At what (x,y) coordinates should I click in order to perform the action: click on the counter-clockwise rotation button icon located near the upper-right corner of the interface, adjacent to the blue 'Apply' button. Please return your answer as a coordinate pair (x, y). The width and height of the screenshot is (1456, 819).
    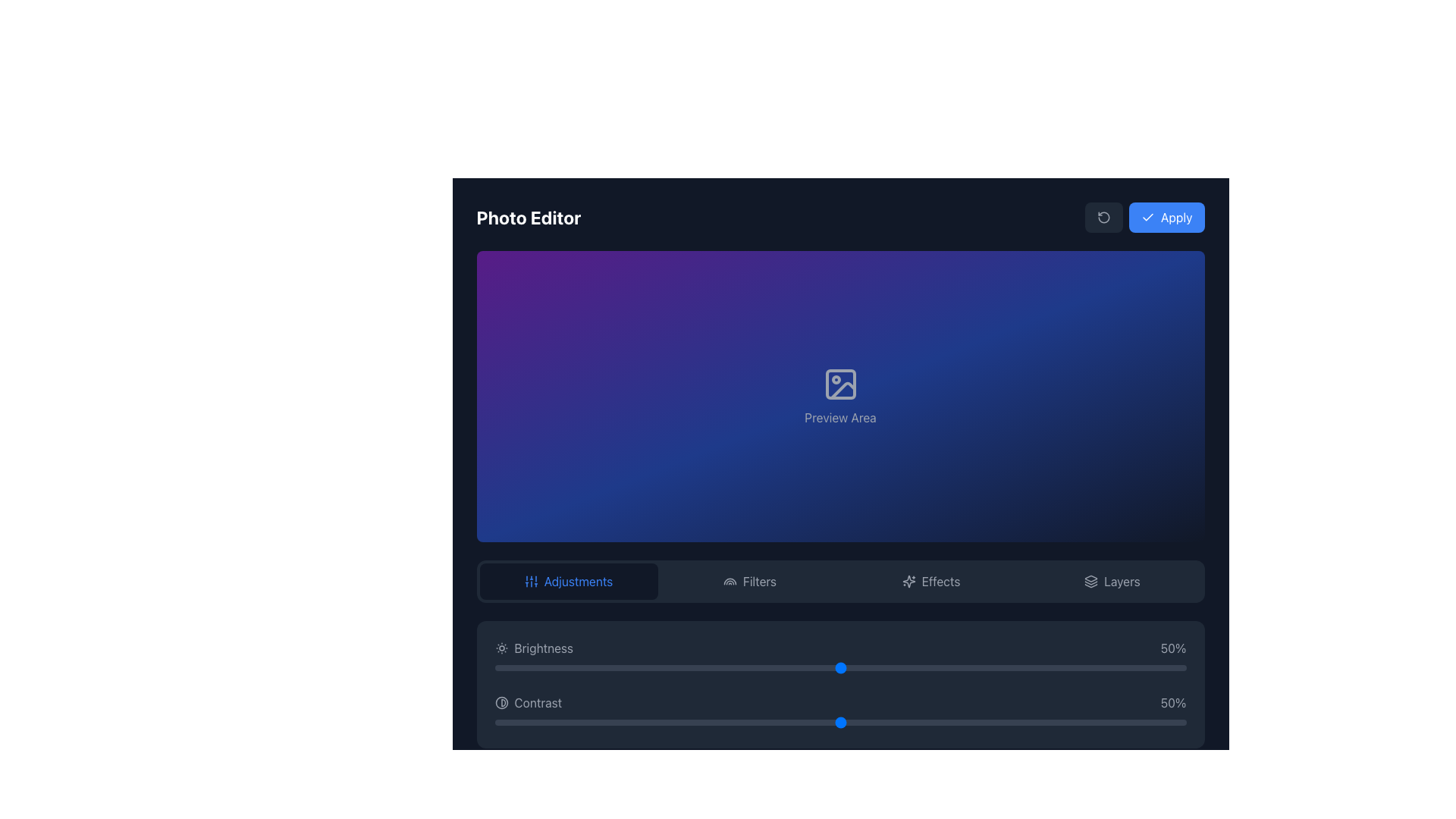
    Looking at the image, I should click on (1103, 217).